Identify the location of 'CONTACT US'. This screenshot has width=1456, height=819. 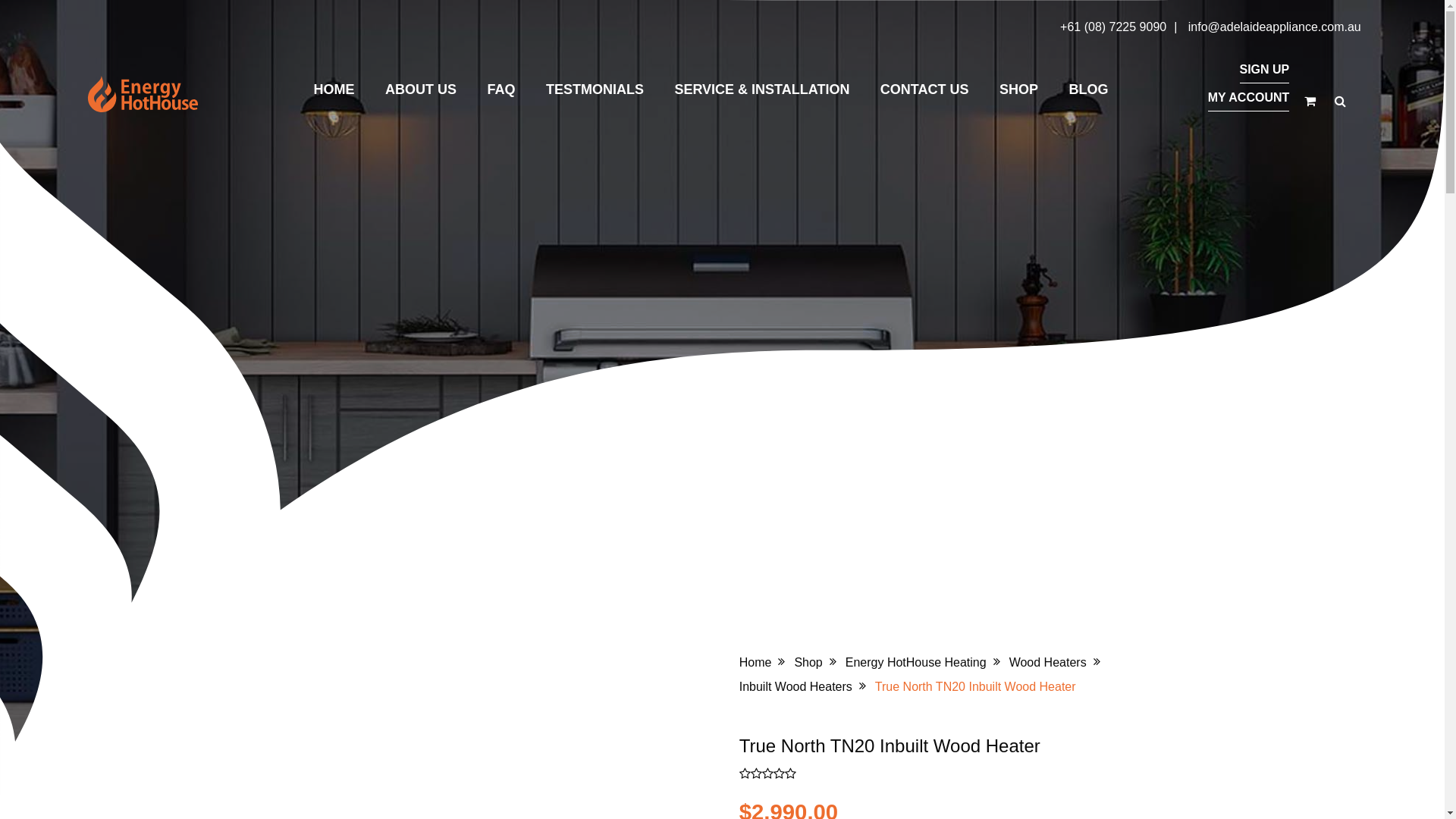
(874, 89).